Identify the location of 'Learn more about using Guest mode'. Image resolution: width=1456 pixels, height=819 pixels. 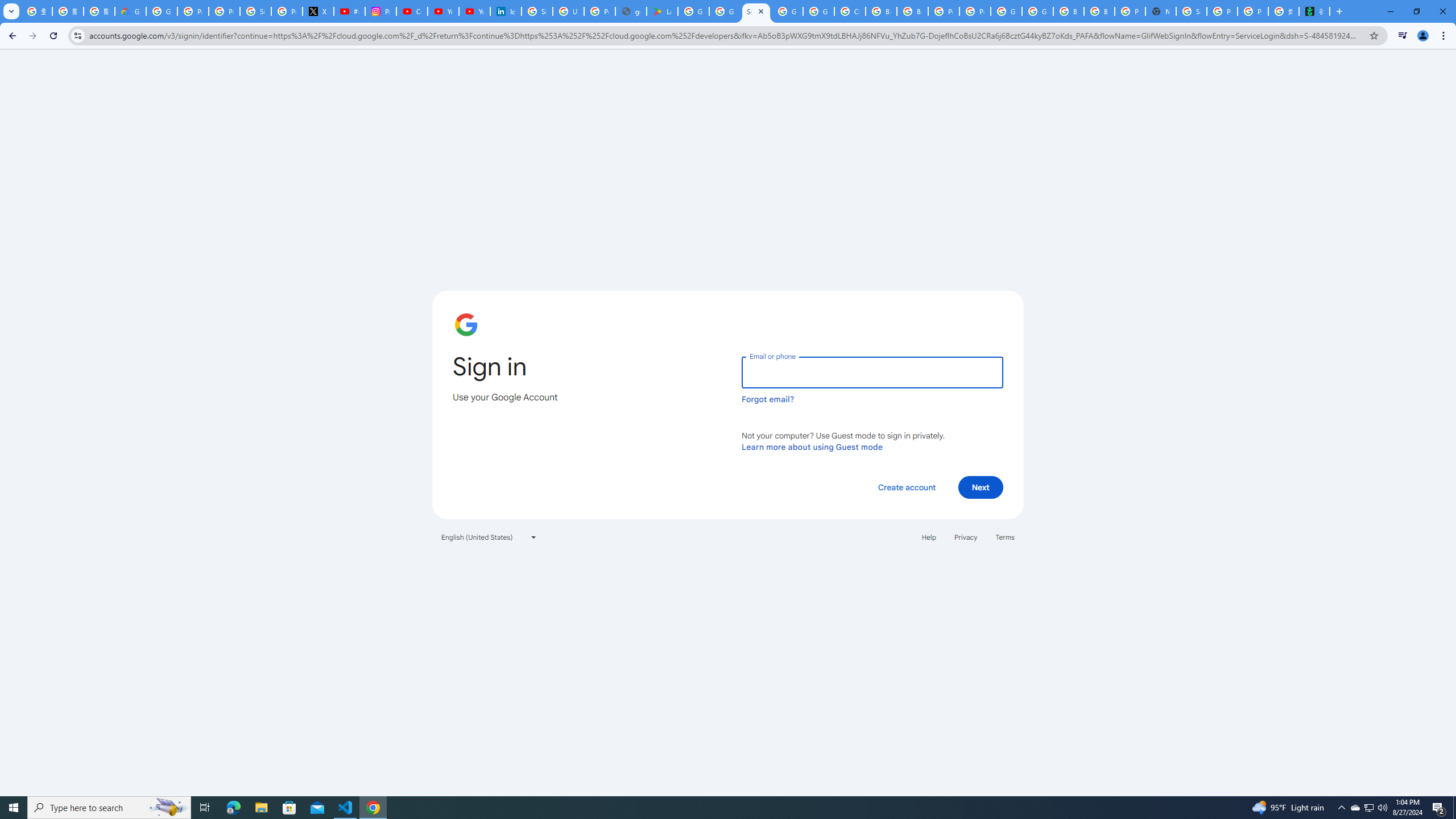
(812, 446).